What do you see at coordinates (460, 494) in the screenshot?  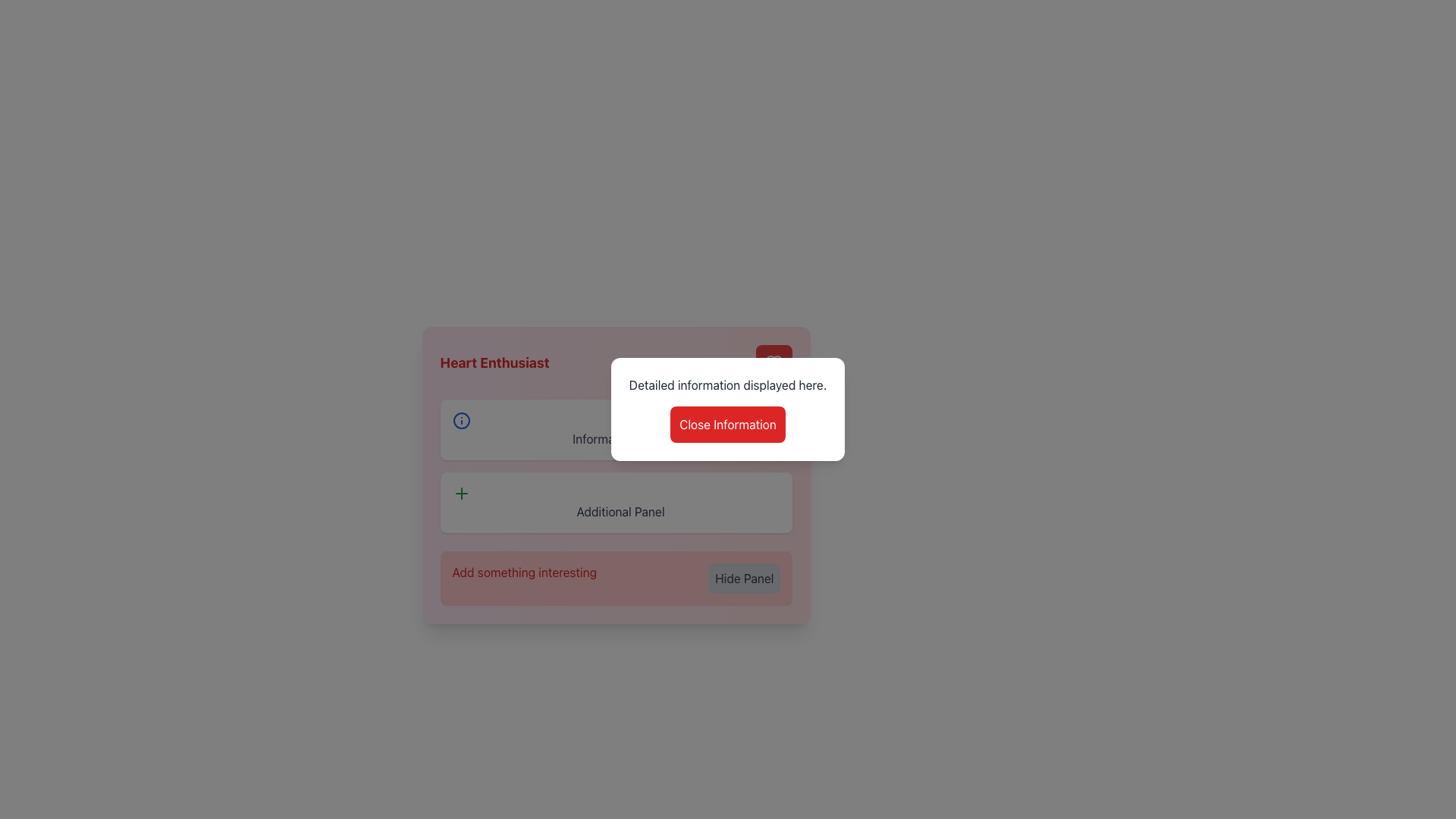 I see `the green plus-shaped SVG icon located in the 'Additional Panel' section, positioned left and above the text 'Additional Panel'` at bounding box center [460, 494].